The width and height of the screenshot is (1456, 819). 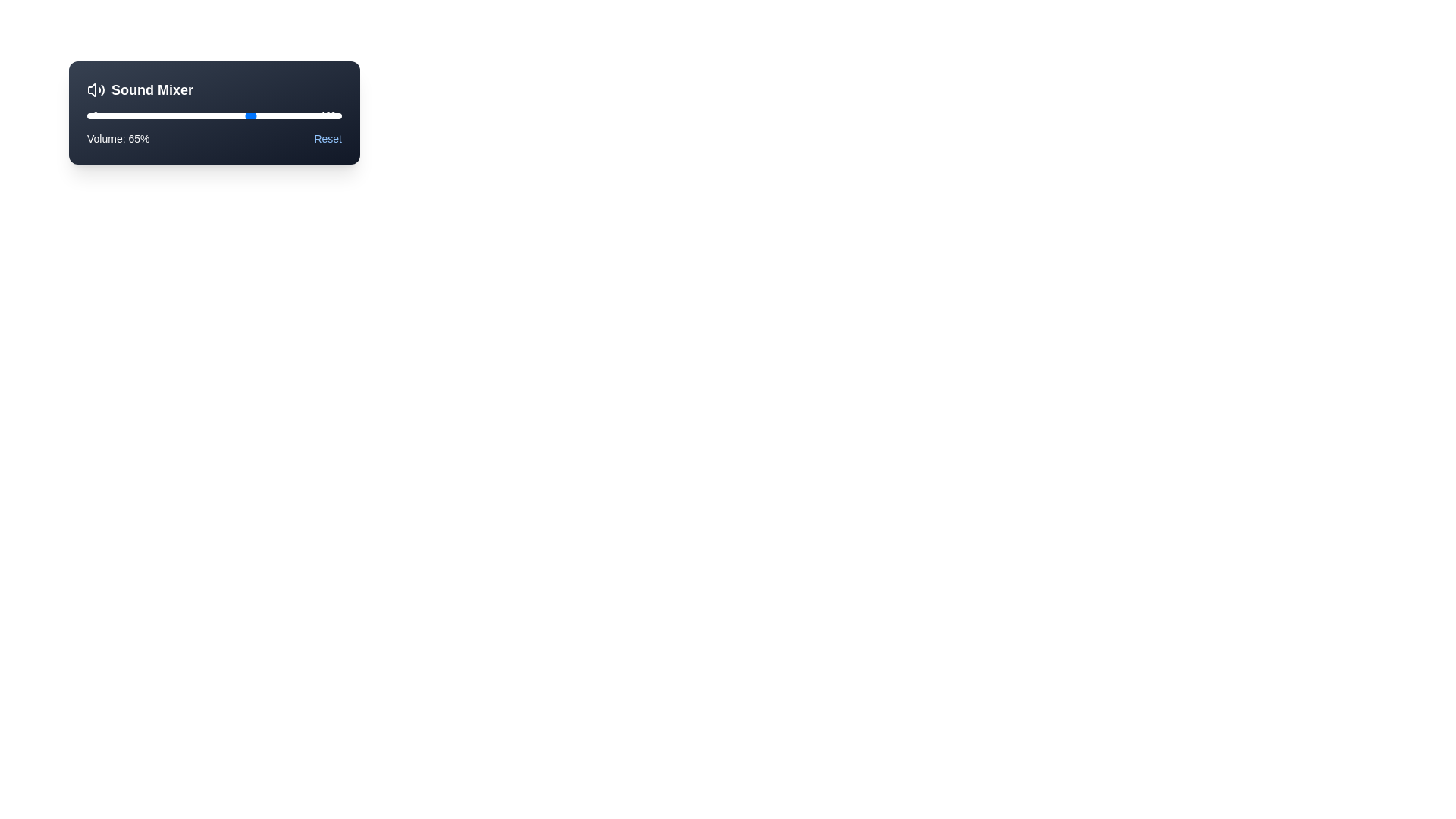 I want to click on the slider to set the volume to 9%, so click(x=109, y=115).